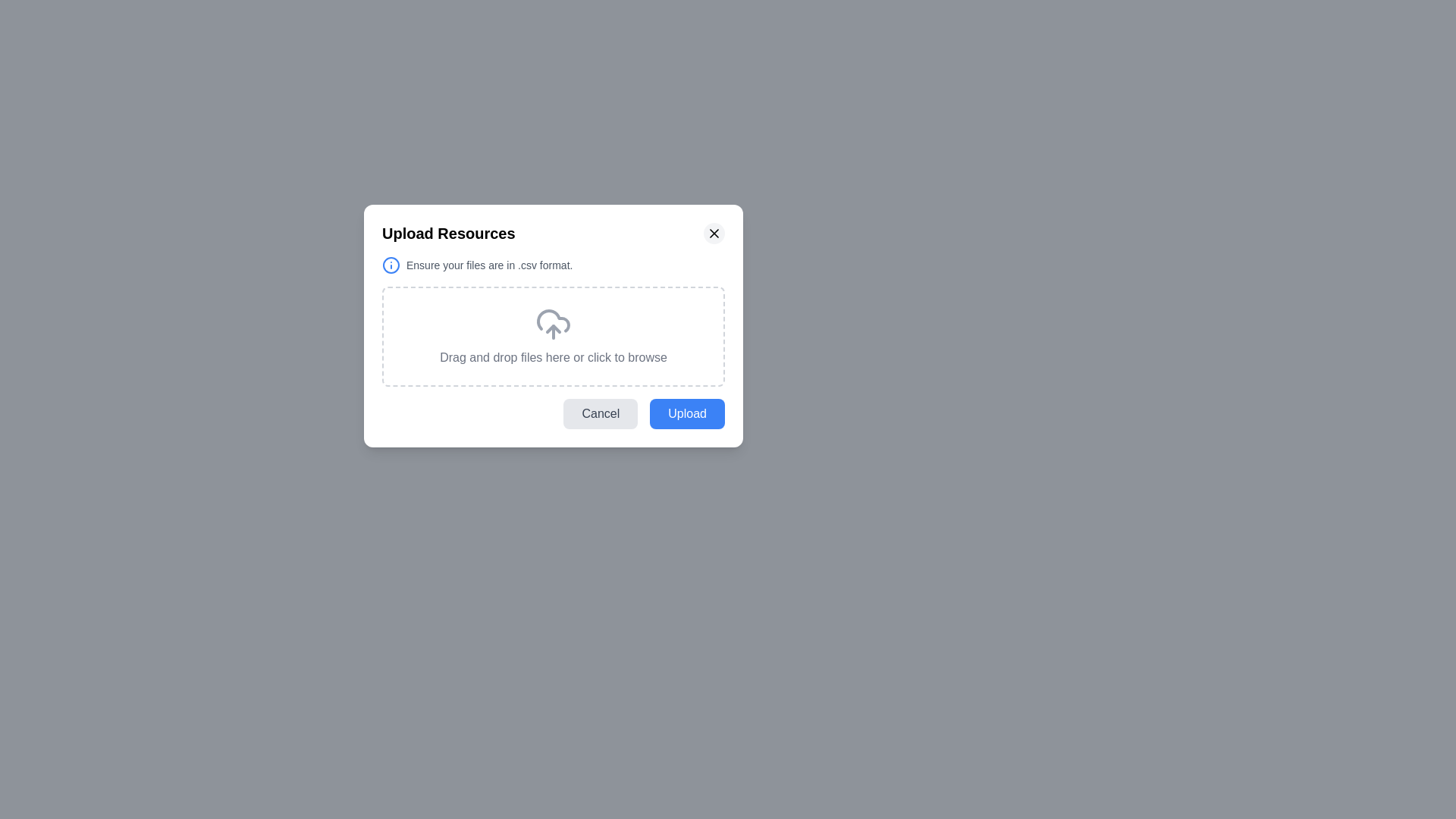  I want to click on the outlined area of the modal dialog box to browse for .csv files, so click(552, 325).